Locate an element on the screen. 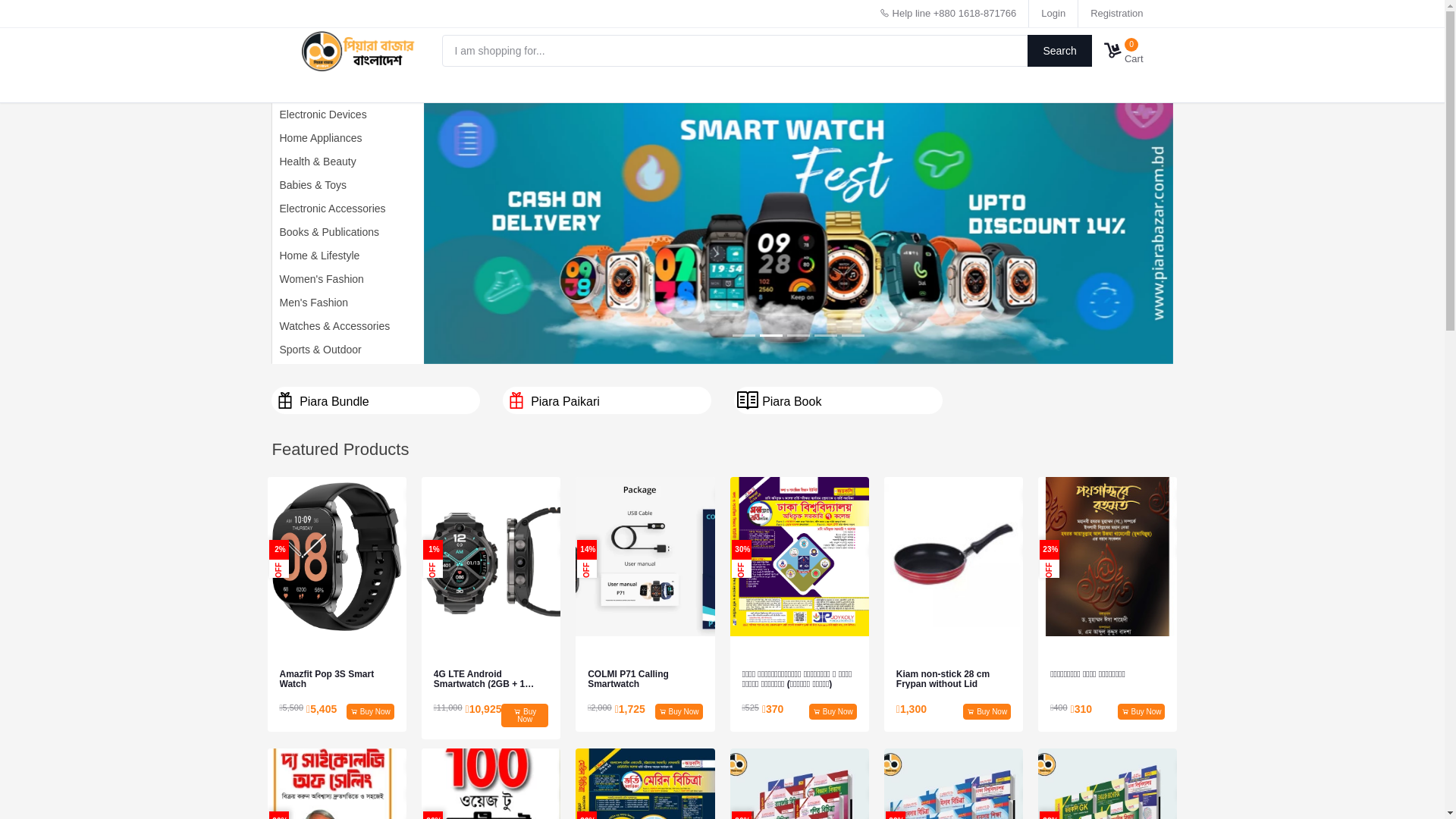 The height and width of the screenshot is (819, 1456). 'Electronic Devices' is located at coordinates (318, 113).